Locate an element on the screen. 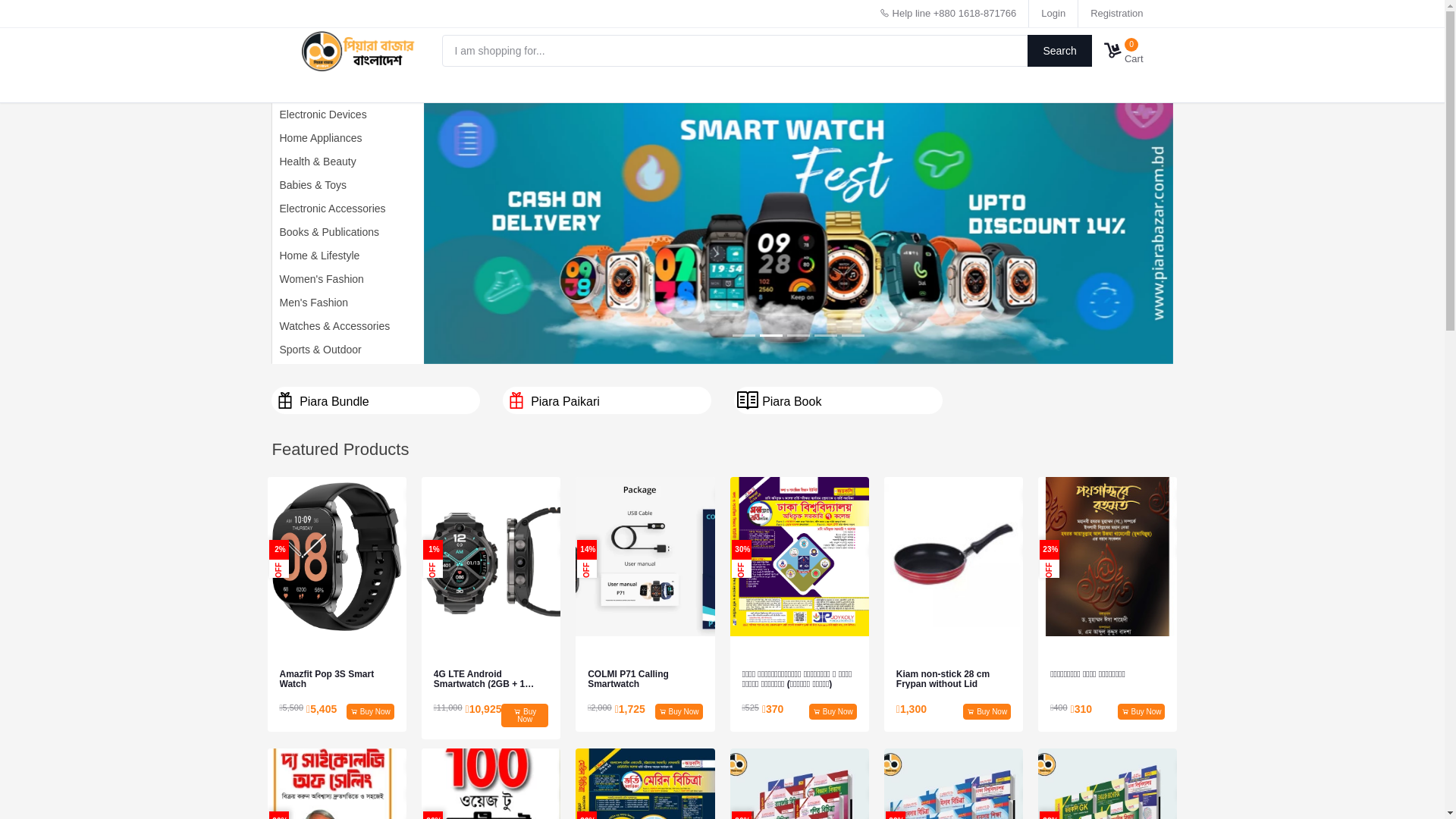 The height and width of the screenshot is (819, 1456). 'Electronic Devices' is located at coordinates (318, 113).